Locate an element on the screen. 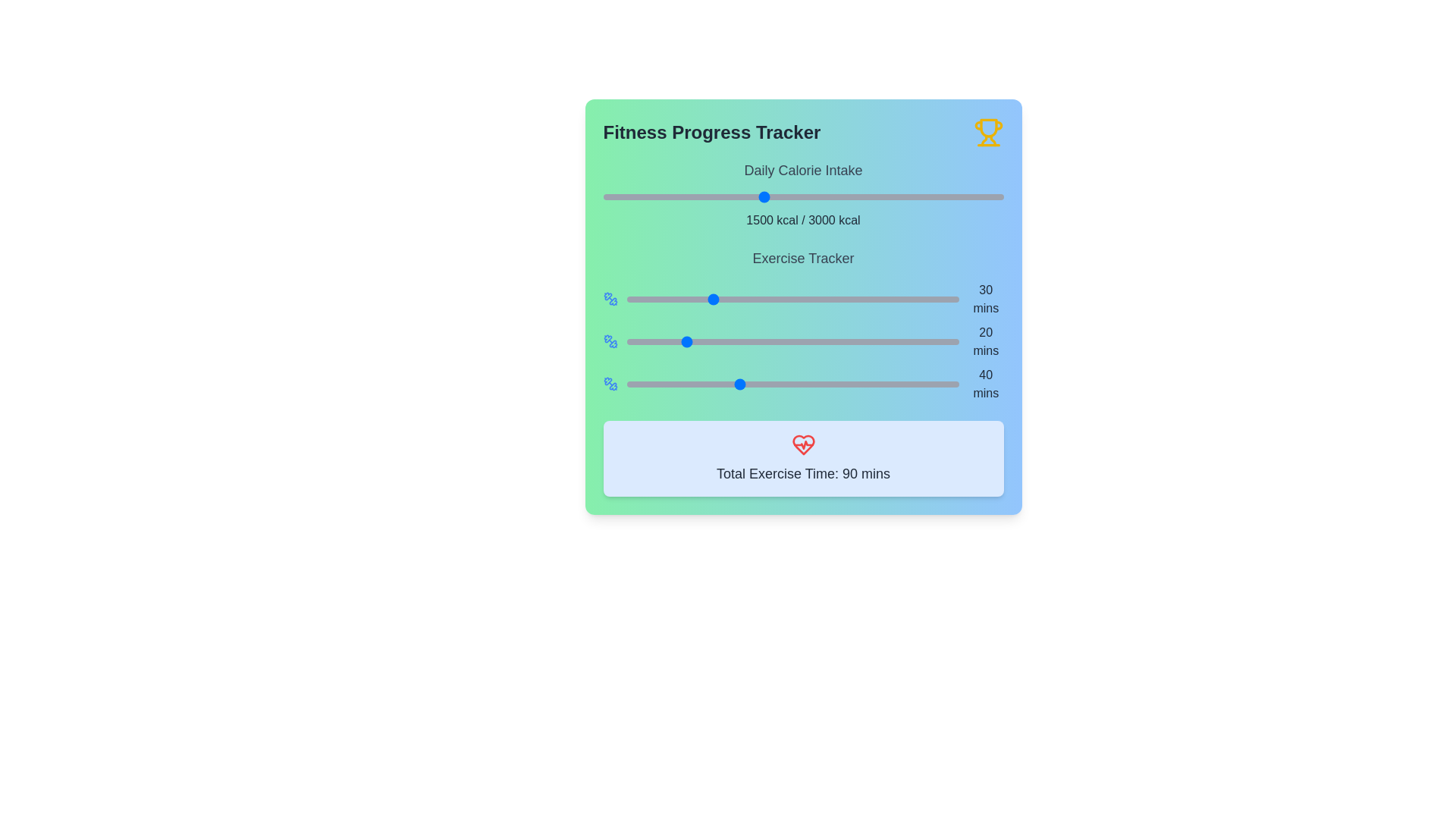 The width and height of the screenshot is (1456, 819). daily calorie intake is located at coordinates (890, 196).